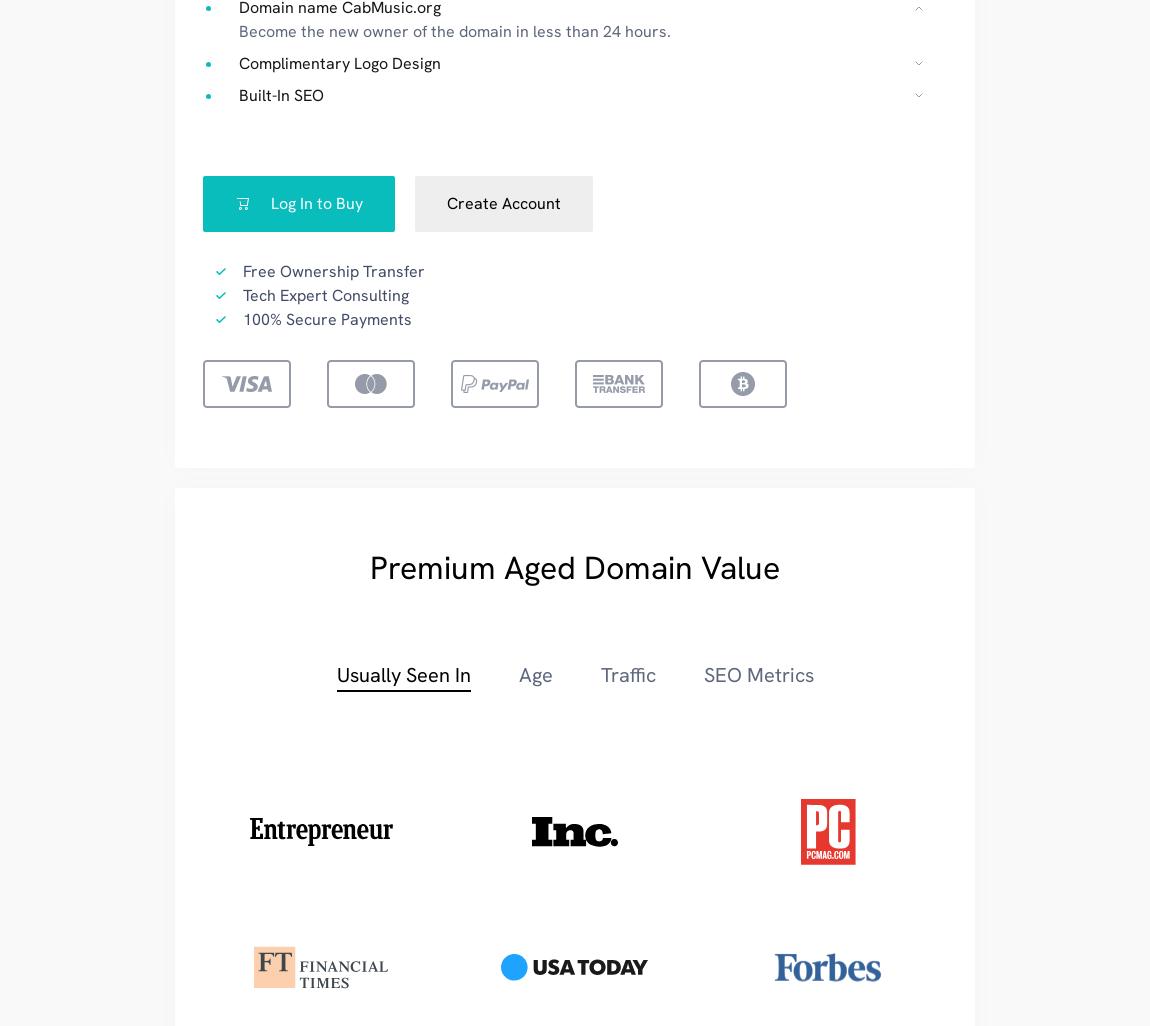  What do you see at coordinates (340, 62) in the screenshot?
I see `'Complimentary Logo Design'` at bounding box center [340, 62].